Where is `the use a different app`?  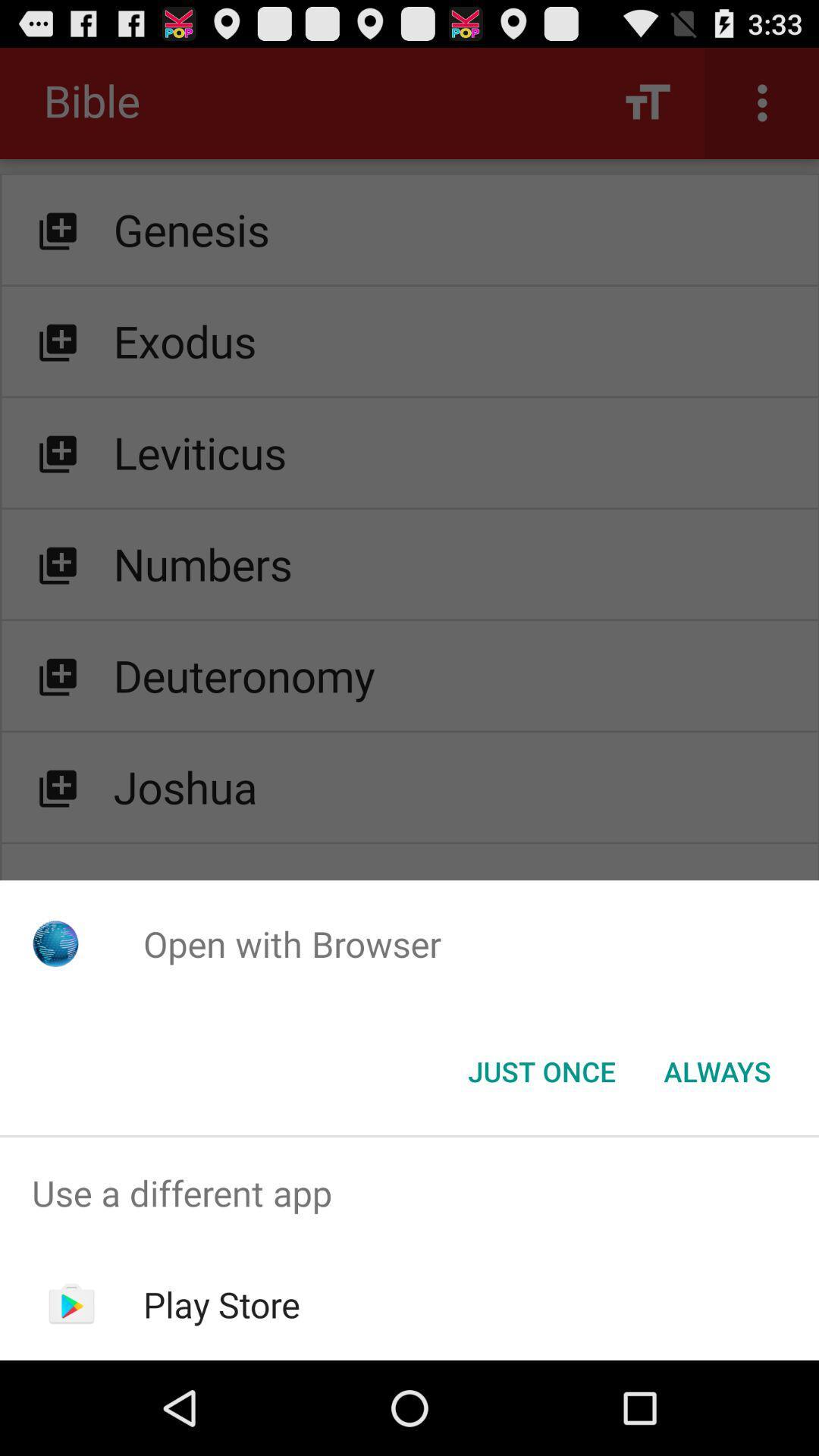
the use a different app is located at coordinates (409, 1192).